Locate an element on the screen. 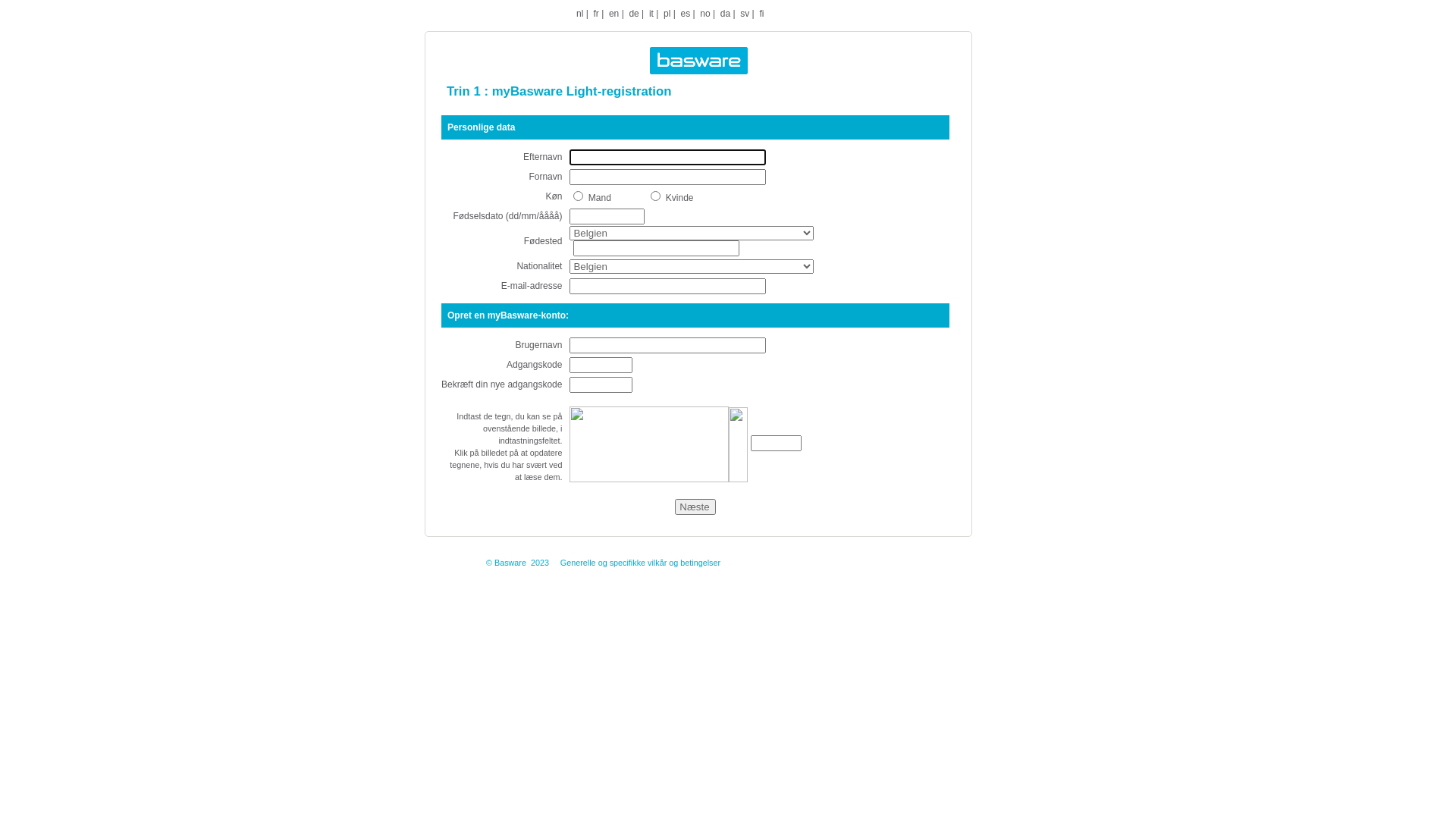 The image size is (1456, 819). 'en' is located at coordinates (613, 14).